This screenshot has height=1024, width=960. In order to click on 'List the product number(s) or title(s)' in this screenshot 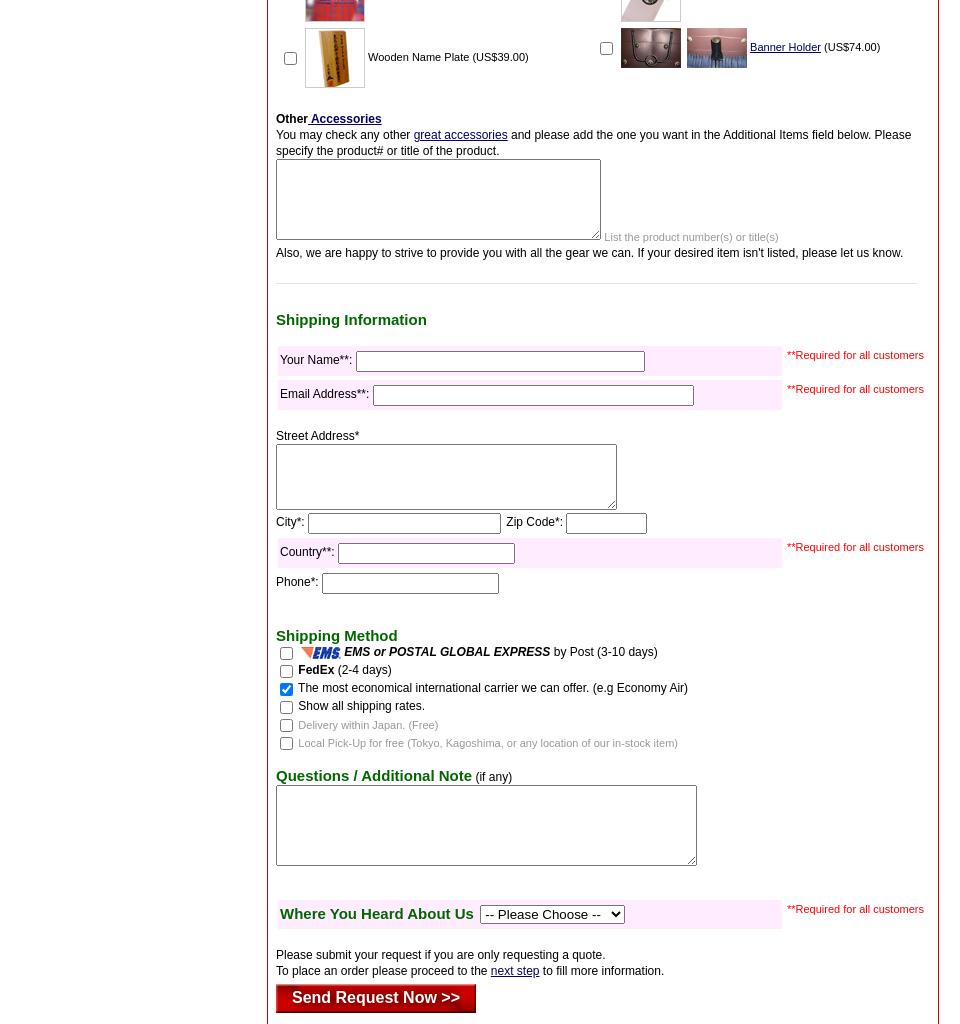, I will do `click(691, 235)`.